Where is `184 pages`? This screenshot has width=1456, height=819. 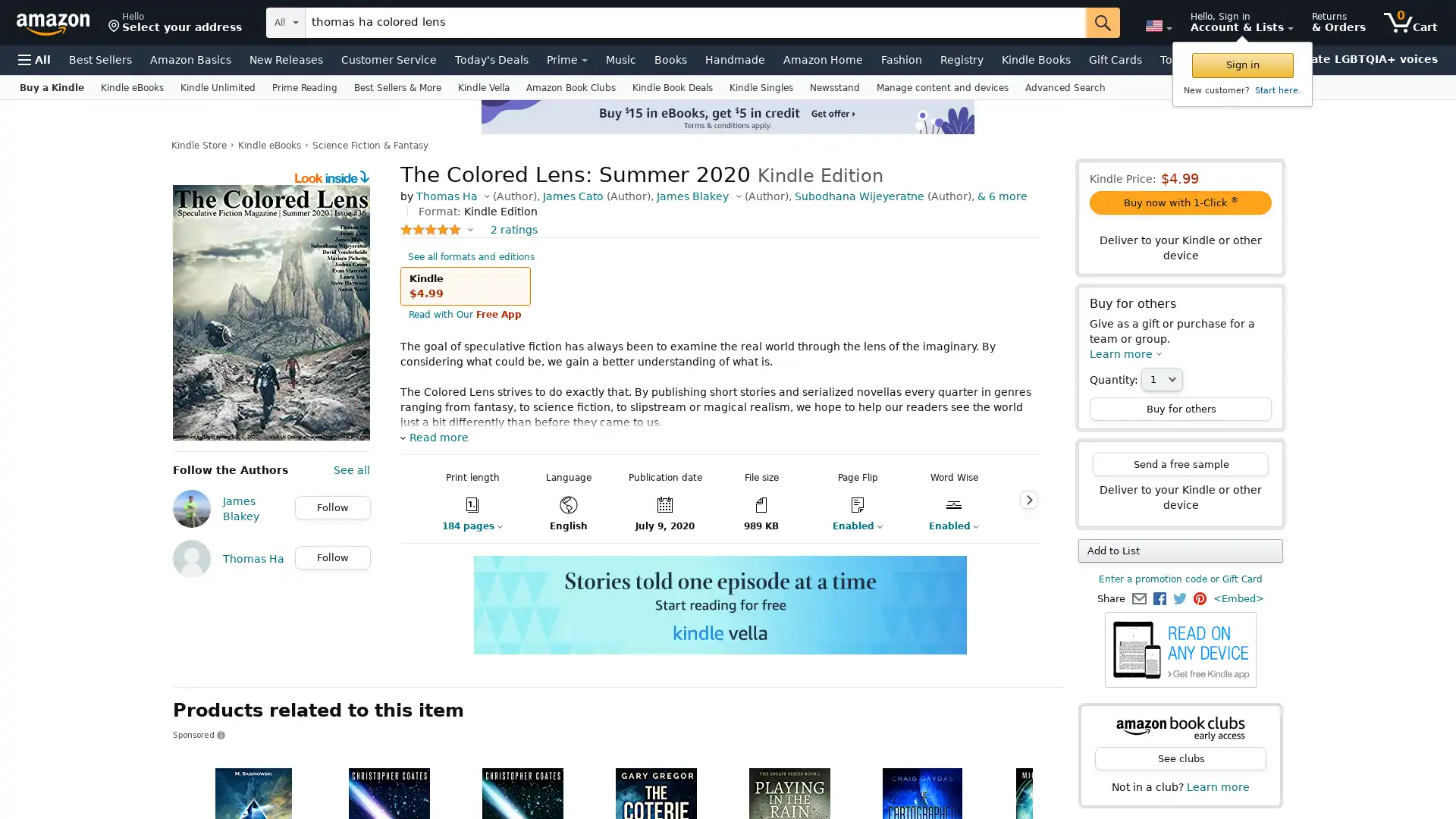
184 pages is located at coordinates (471, 526).